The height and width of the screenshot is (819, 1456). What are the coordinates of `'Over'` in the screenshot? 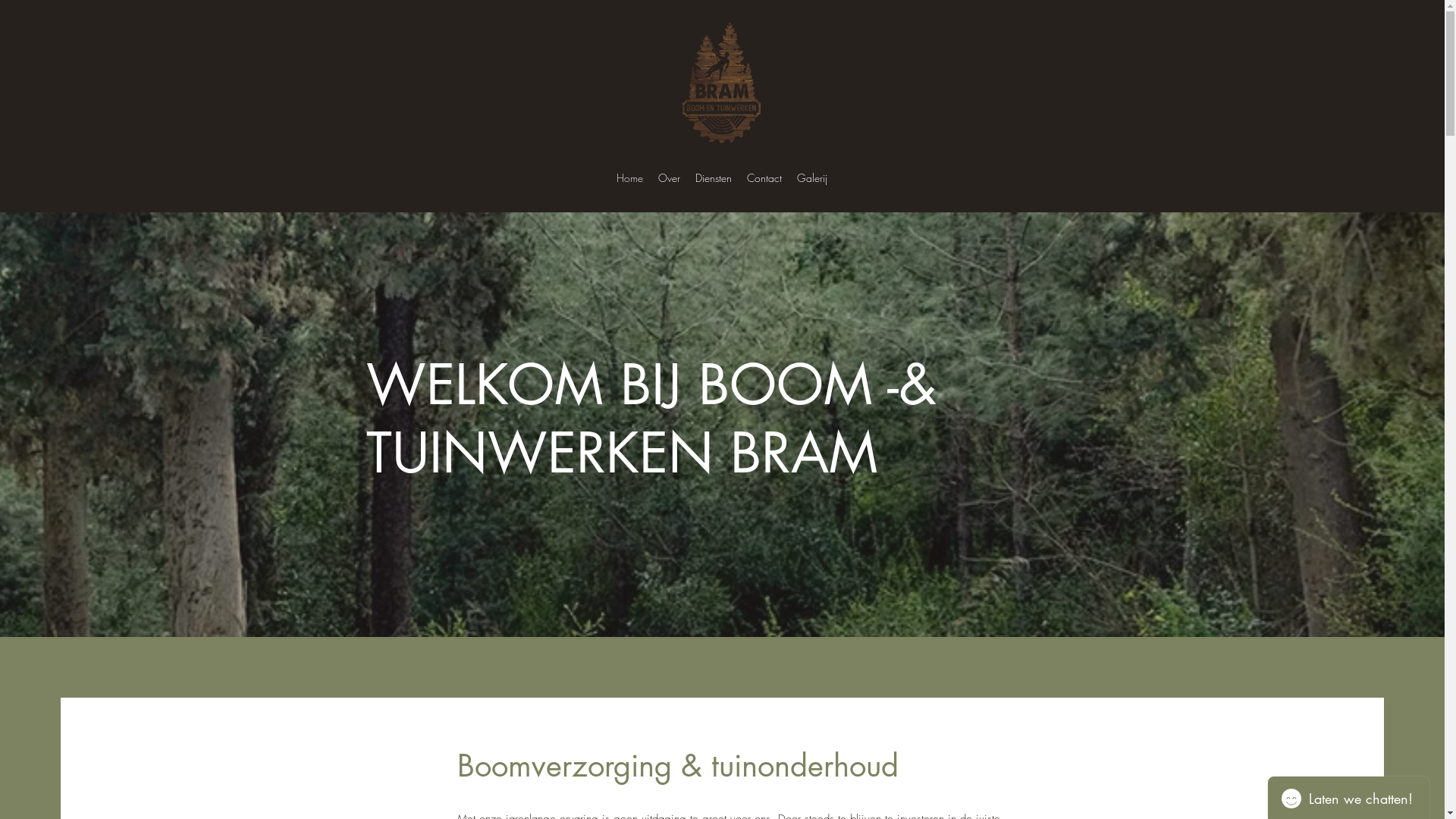 It's located at (651, 177).